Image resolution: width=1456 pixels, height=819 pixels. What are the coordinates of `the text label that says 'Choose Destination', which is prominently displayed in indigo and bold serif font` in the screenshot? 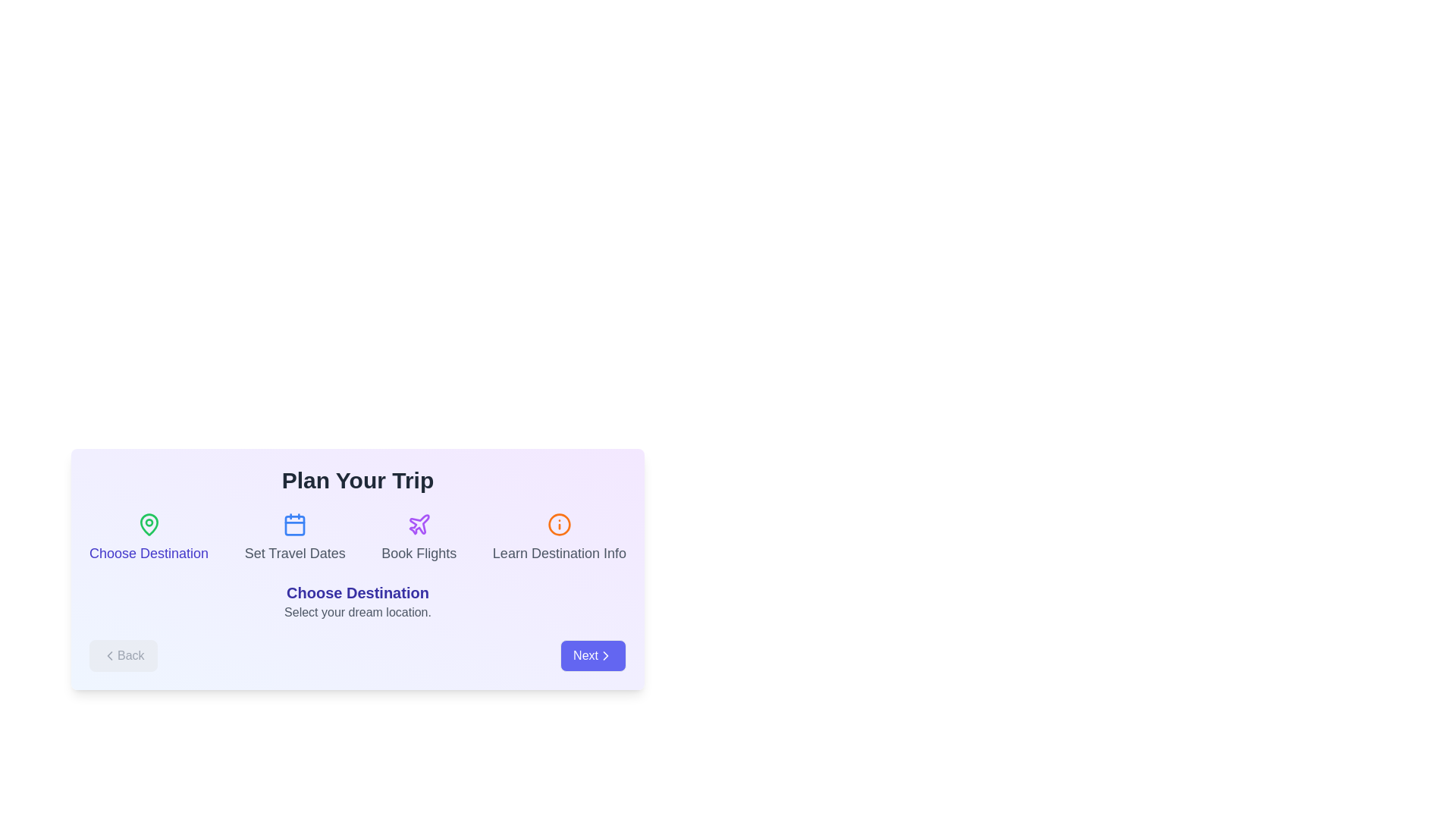 It's located at (356, 592).